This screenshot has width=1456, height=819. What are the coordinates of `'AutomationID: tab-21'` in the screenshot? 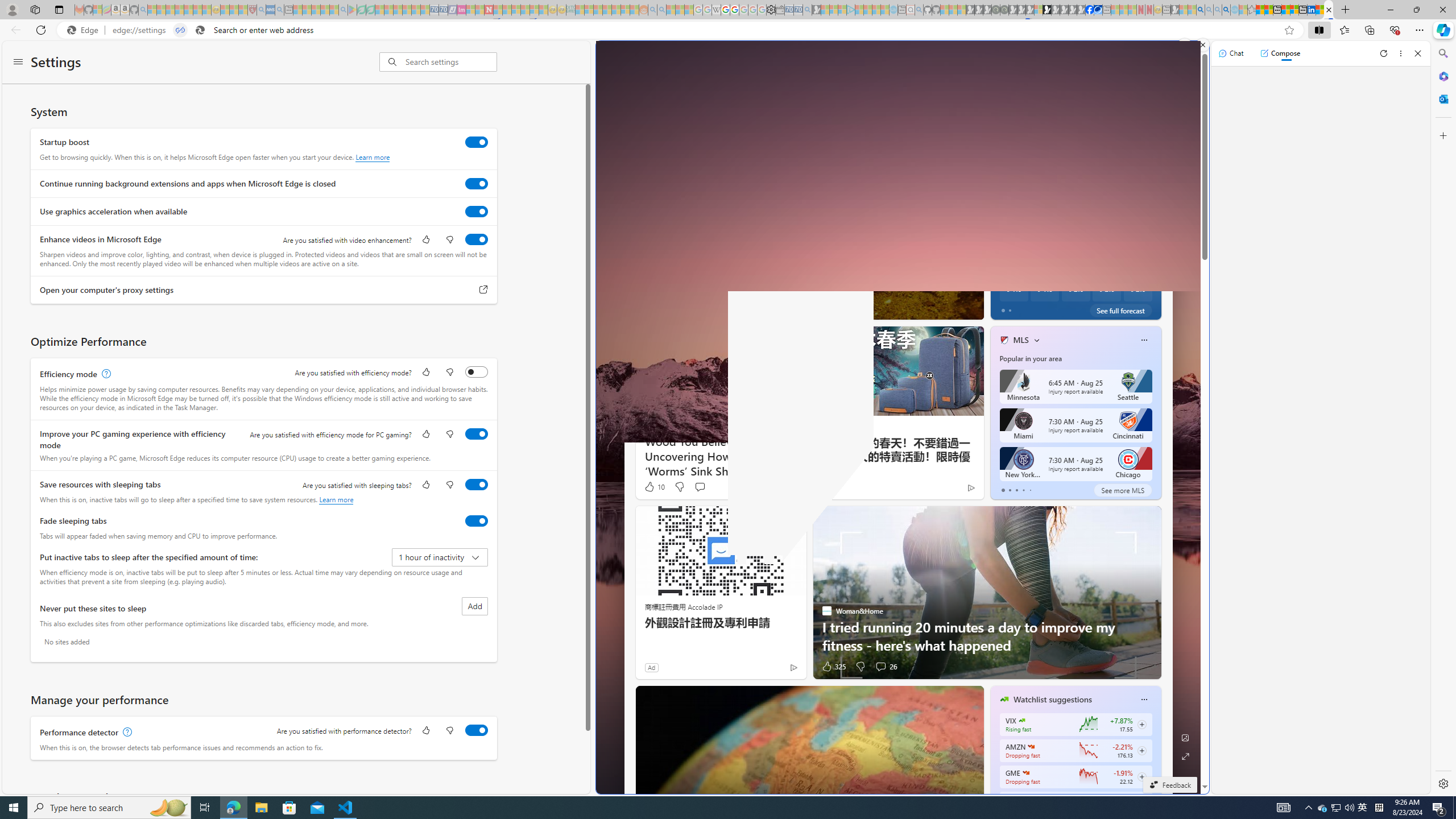 It's located at (812, 308).